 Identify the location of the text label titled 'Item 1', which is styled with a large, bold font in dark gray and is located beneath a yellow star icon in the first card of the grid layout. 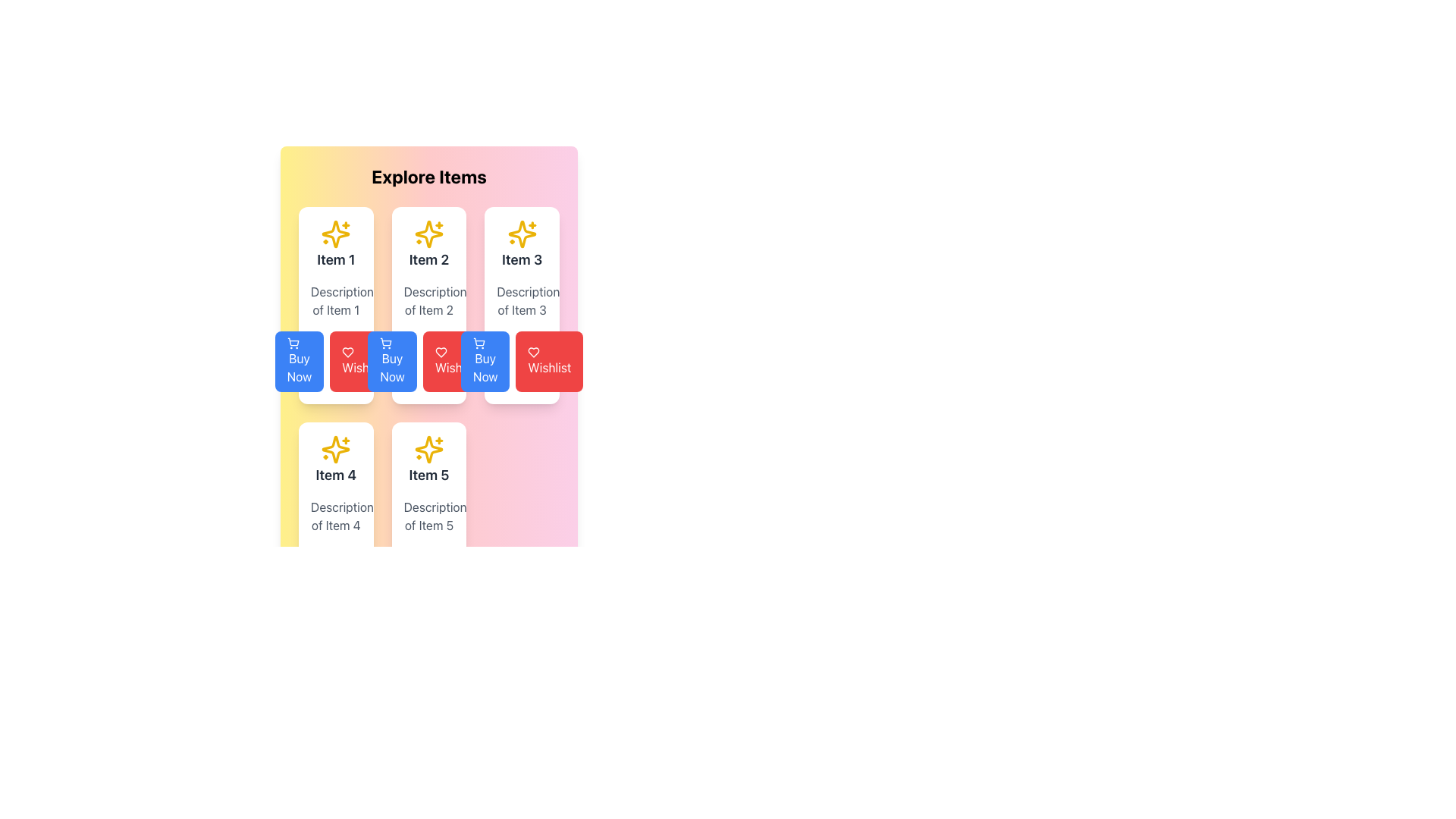
(335, 259).